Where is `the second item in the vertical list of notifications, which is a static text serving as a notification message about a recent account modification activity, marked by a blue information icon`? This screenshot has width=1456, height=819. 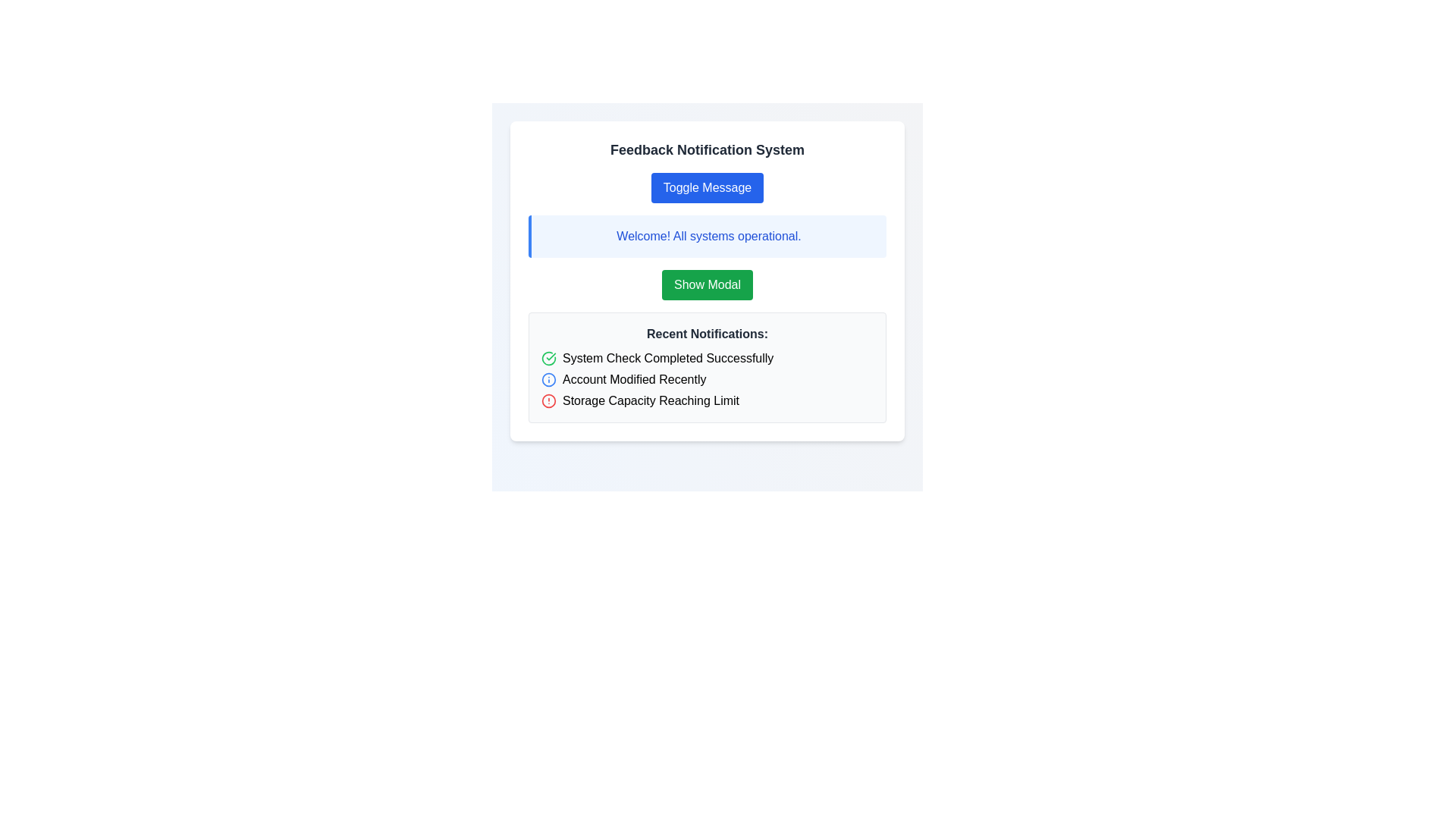
the second item in the vertical list of notifications, which is a static text serving as a notification message about a recent account modification activity, marked by a blue information icon is located at coordinates (634, 379).